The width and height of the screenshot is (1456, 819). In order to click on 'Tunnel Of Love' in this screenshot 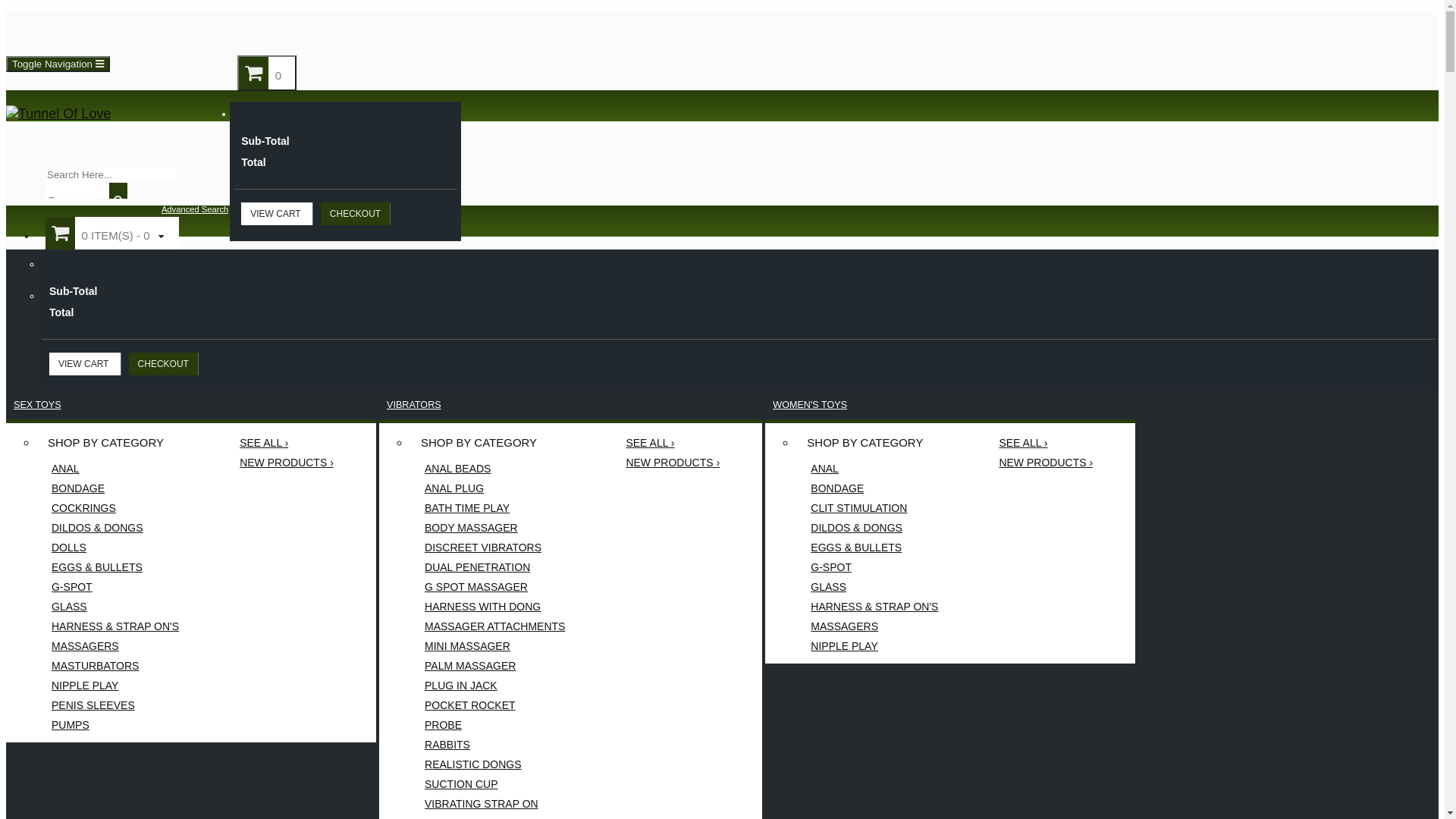, I will do `click(58, 113)`.